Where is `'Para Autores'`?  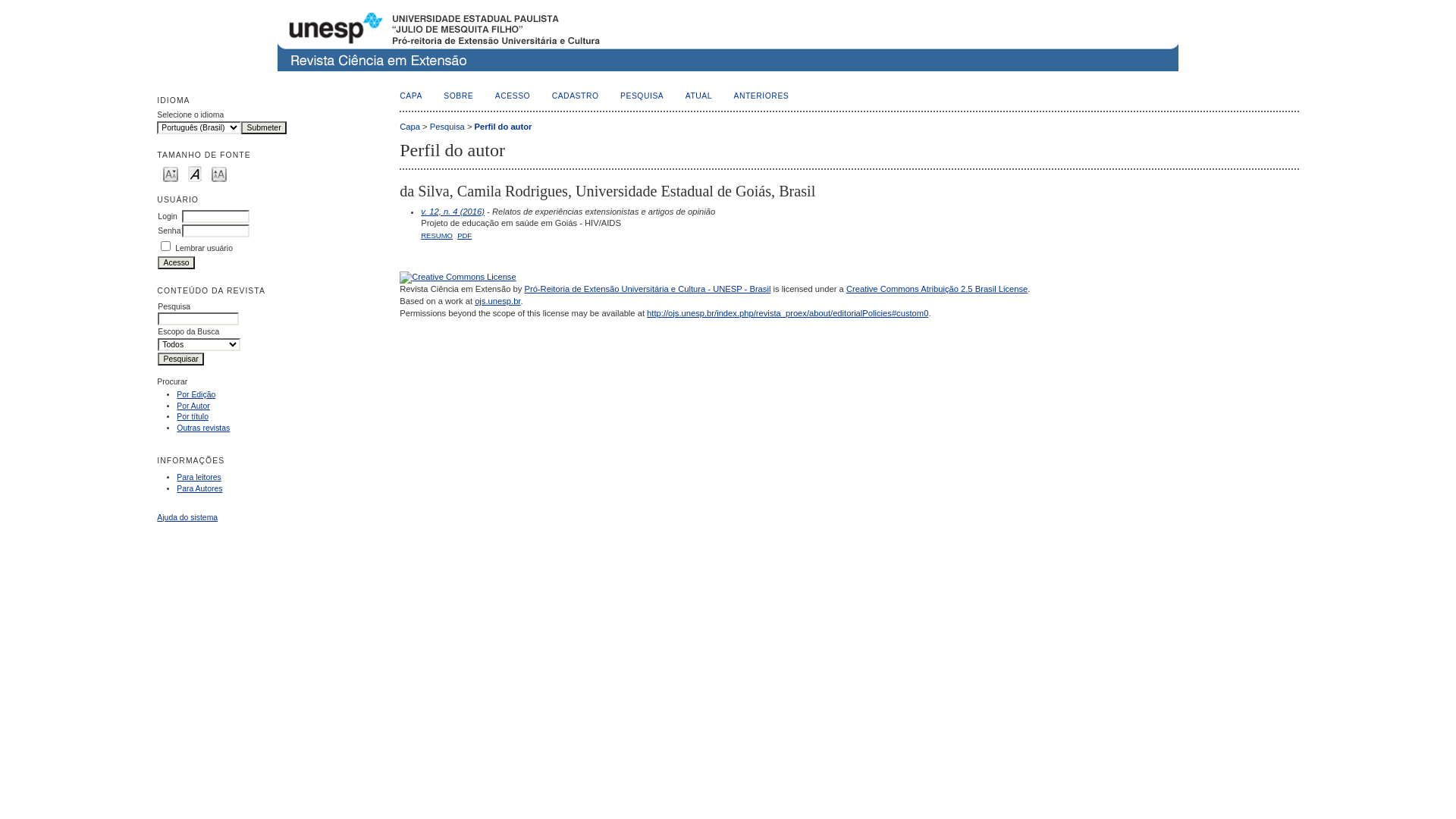
'Para Autores' is located at coordinates (177, 488).